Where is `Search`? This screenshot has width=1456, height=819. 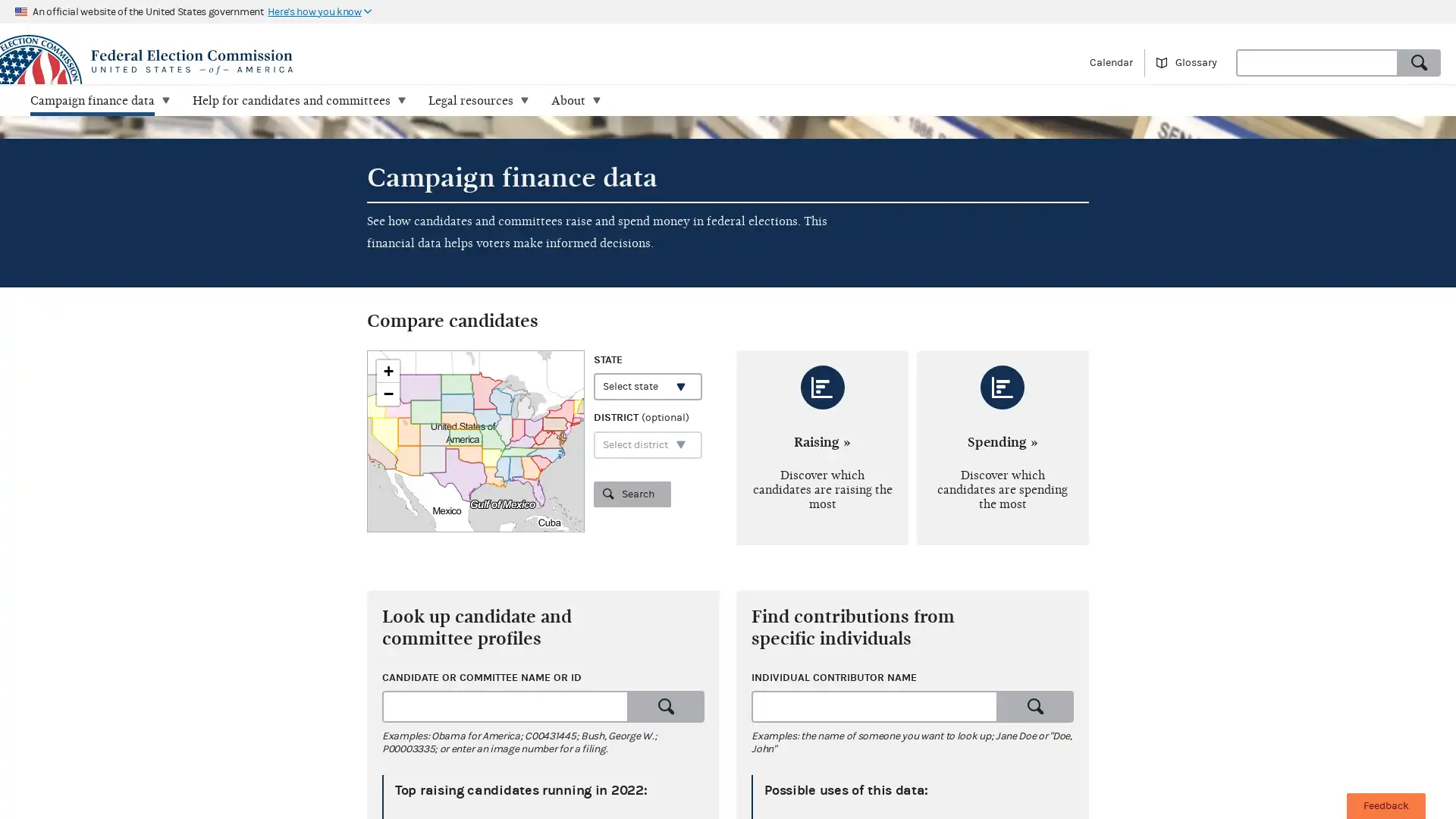
Search is located at coordinates (1419, 61).